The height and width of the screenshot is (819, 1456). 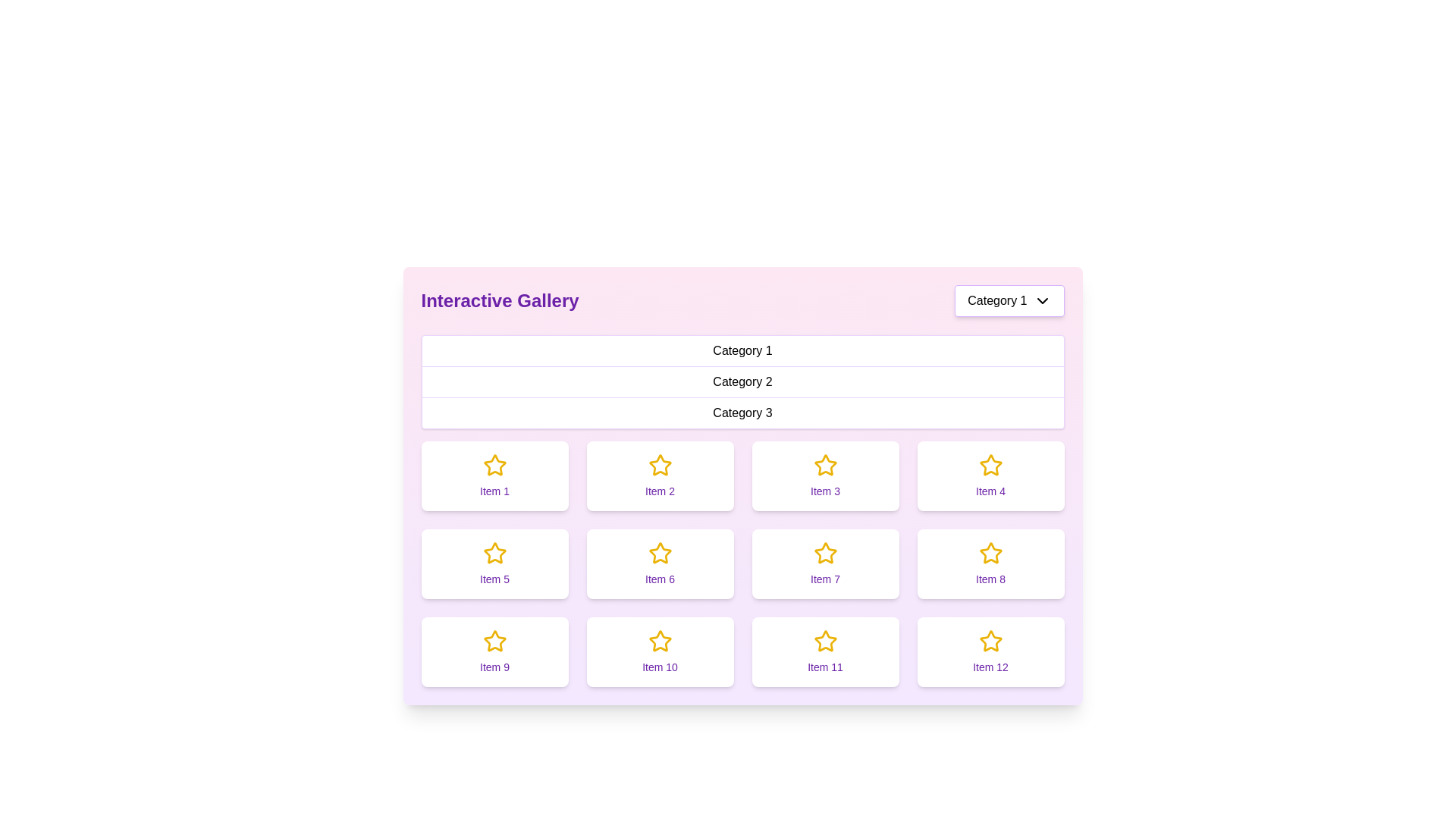 What do you see at coordinates (660, 579) in the screenshot?
I see `the text label reading 'Item 6' which is styled in purple, located in the second row, second column of the grid layout, and positioned below a yellow star icon` at bounding box center [660, 579].